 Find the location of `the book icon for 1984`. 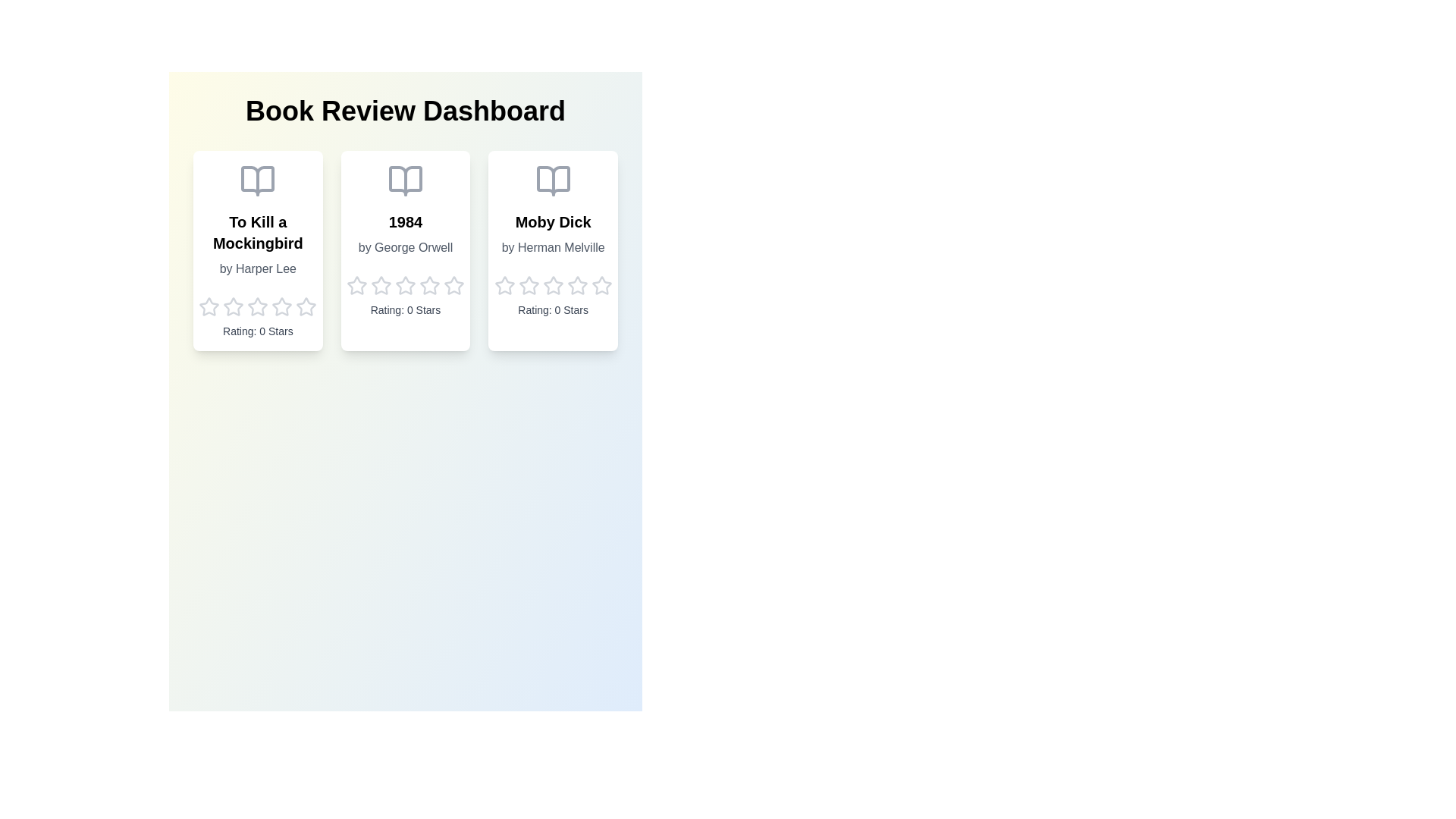

the book icon for 1984 is located at coordinates (405, 180).